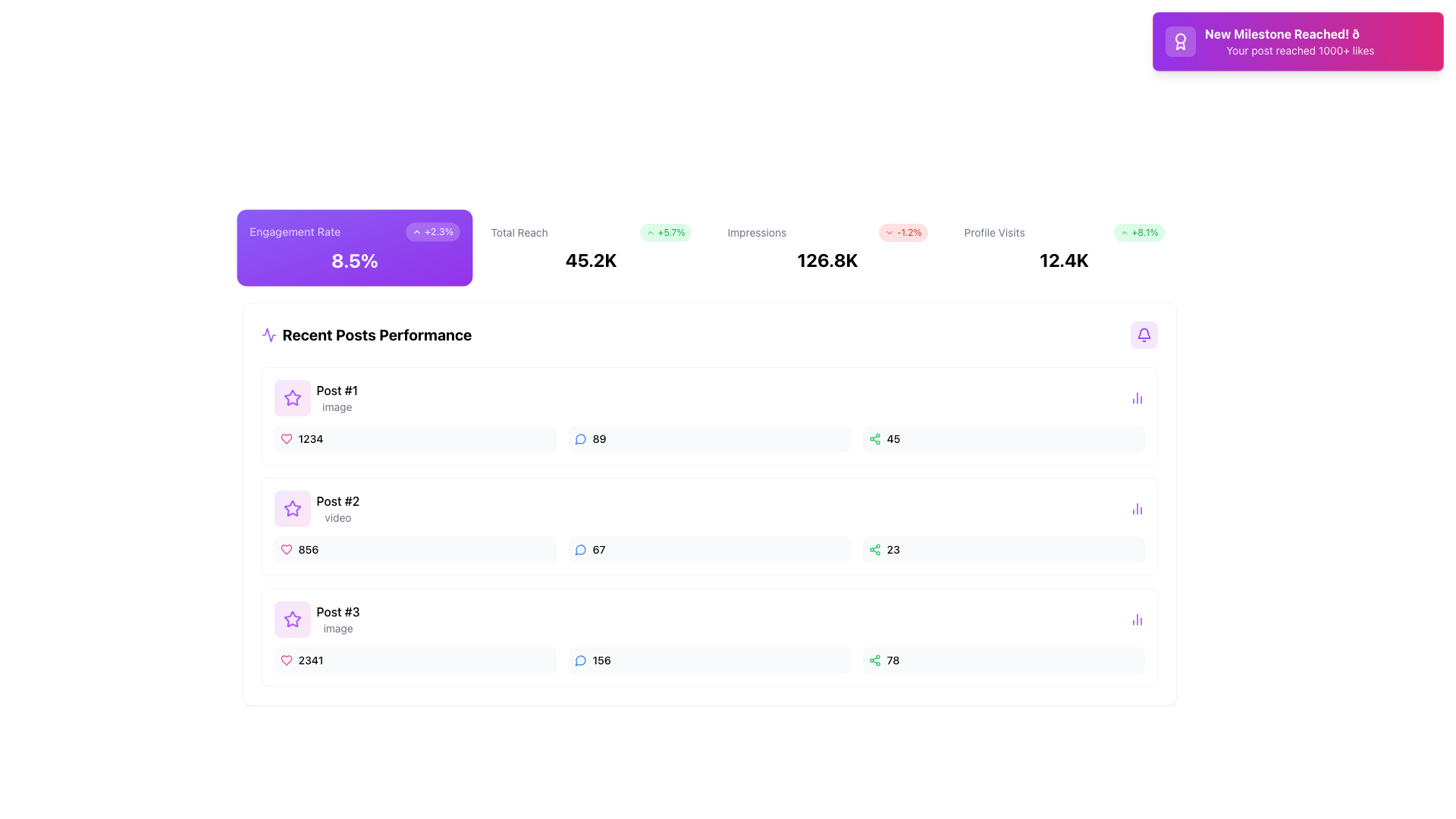  What do you see at coordinates (579, 439) in the screenshot?
I see `the comment icon located to the right of the 'Post #2' entry in the 'Recent Posts Performance' section, which serves as a visual indicator for comments` at bounding box center [579, 439].